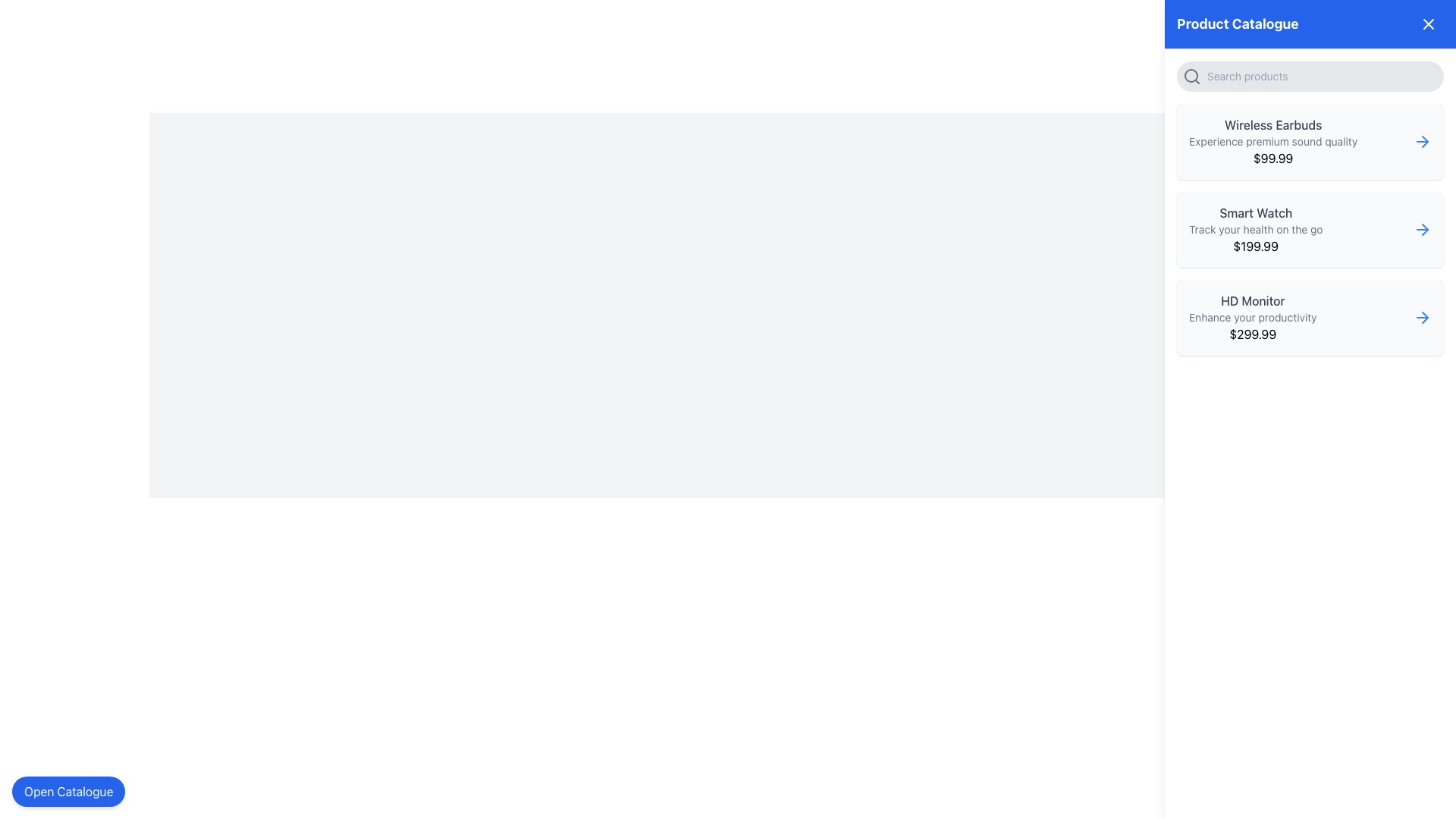 The width and height of the screenshot is (1456, 819). Describe the element at coordinates (1422, 141) in the screenshot. I see `the blue right-pointing arrow icon located on the far-right side of the 'Wireless Earbuds' entry in the 'Product Catalogue' panel` at that location.